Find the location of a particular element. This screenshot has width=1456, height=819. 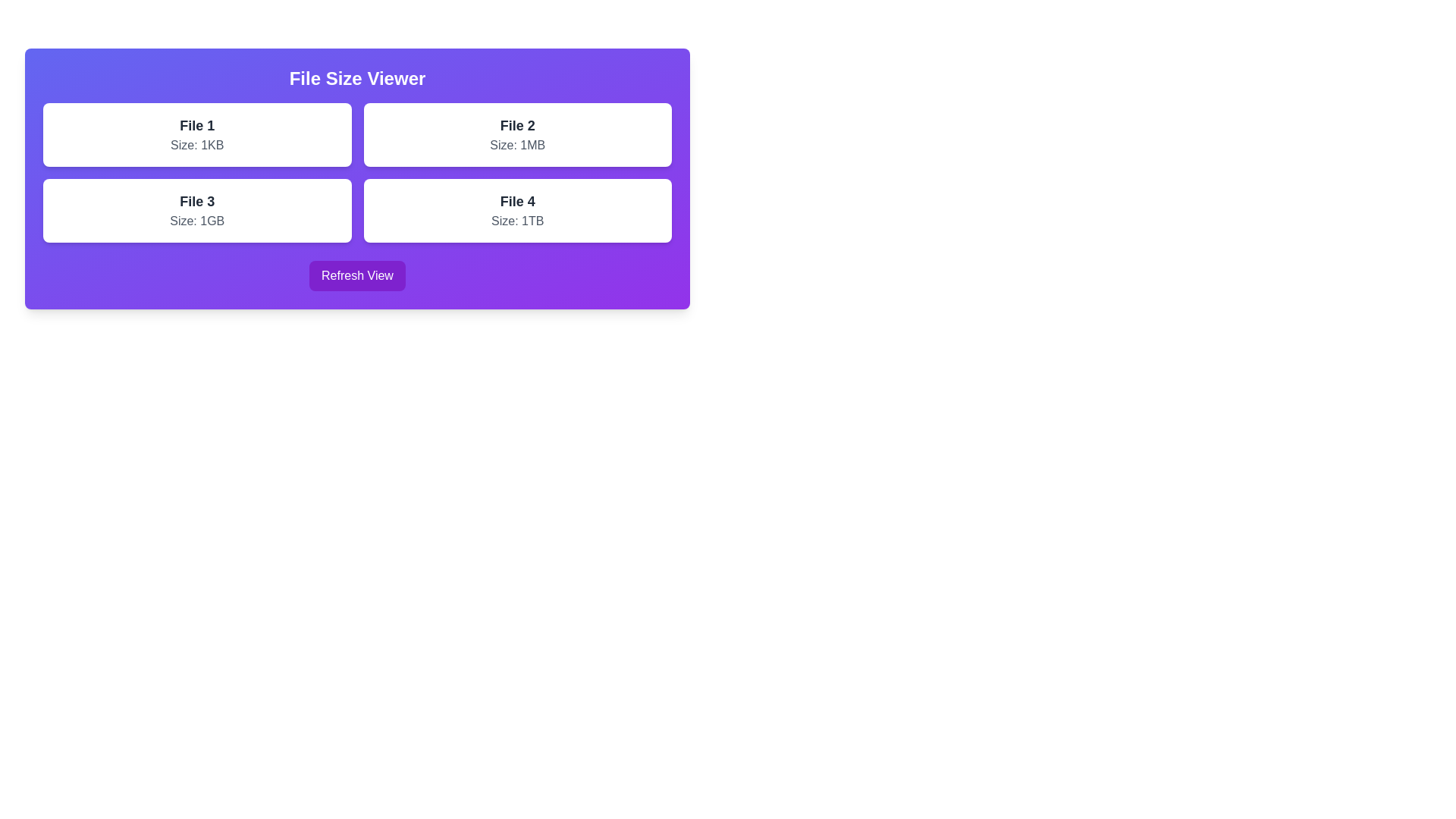

the text label displaying 'File 1' within the first card of the grid layout, which provides a clear identifier for the associated file is located at coordinates (196, 124).